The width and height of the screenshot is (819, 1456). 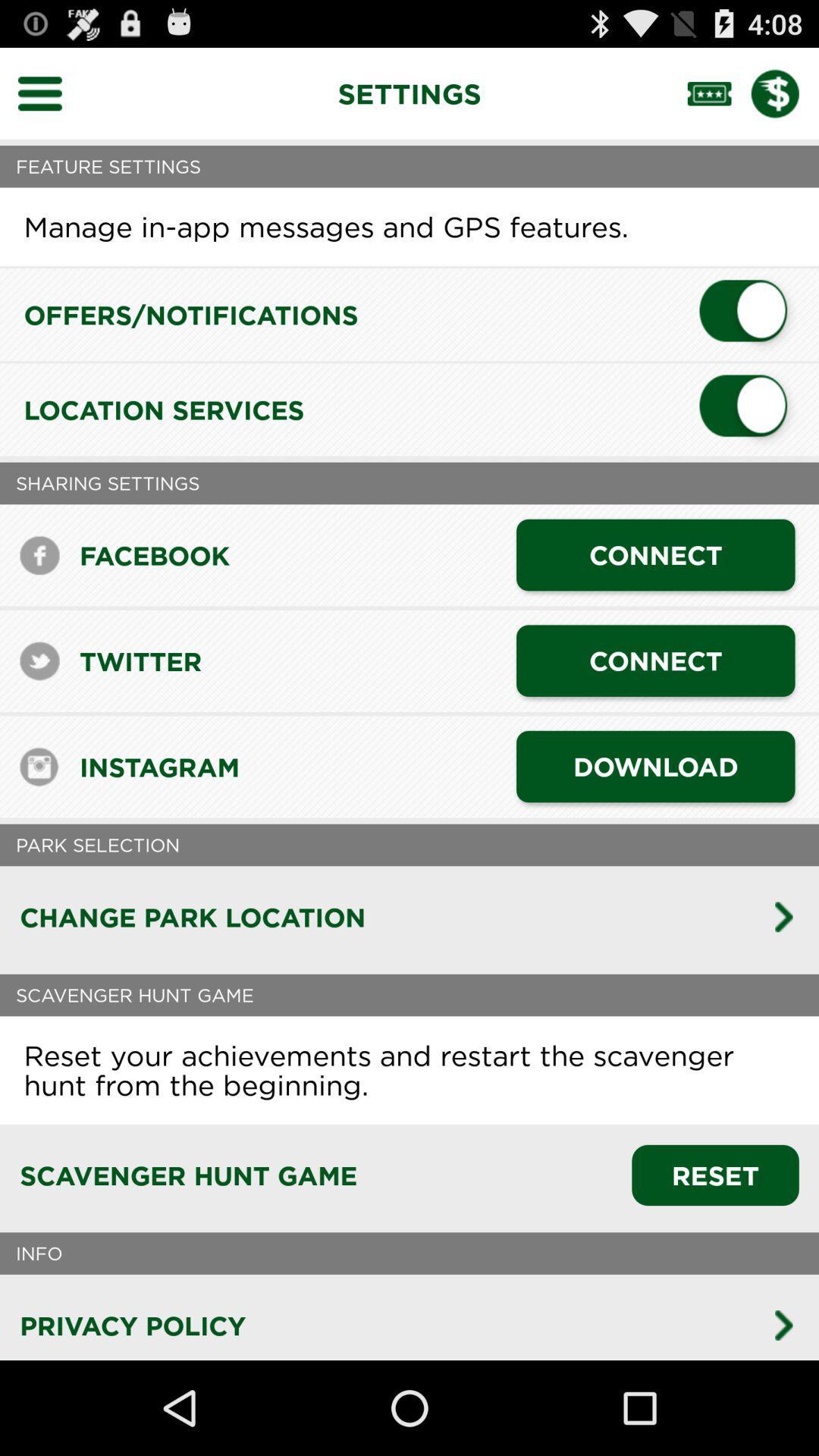 I want to click on use ticket, so click(x=718, y=93).